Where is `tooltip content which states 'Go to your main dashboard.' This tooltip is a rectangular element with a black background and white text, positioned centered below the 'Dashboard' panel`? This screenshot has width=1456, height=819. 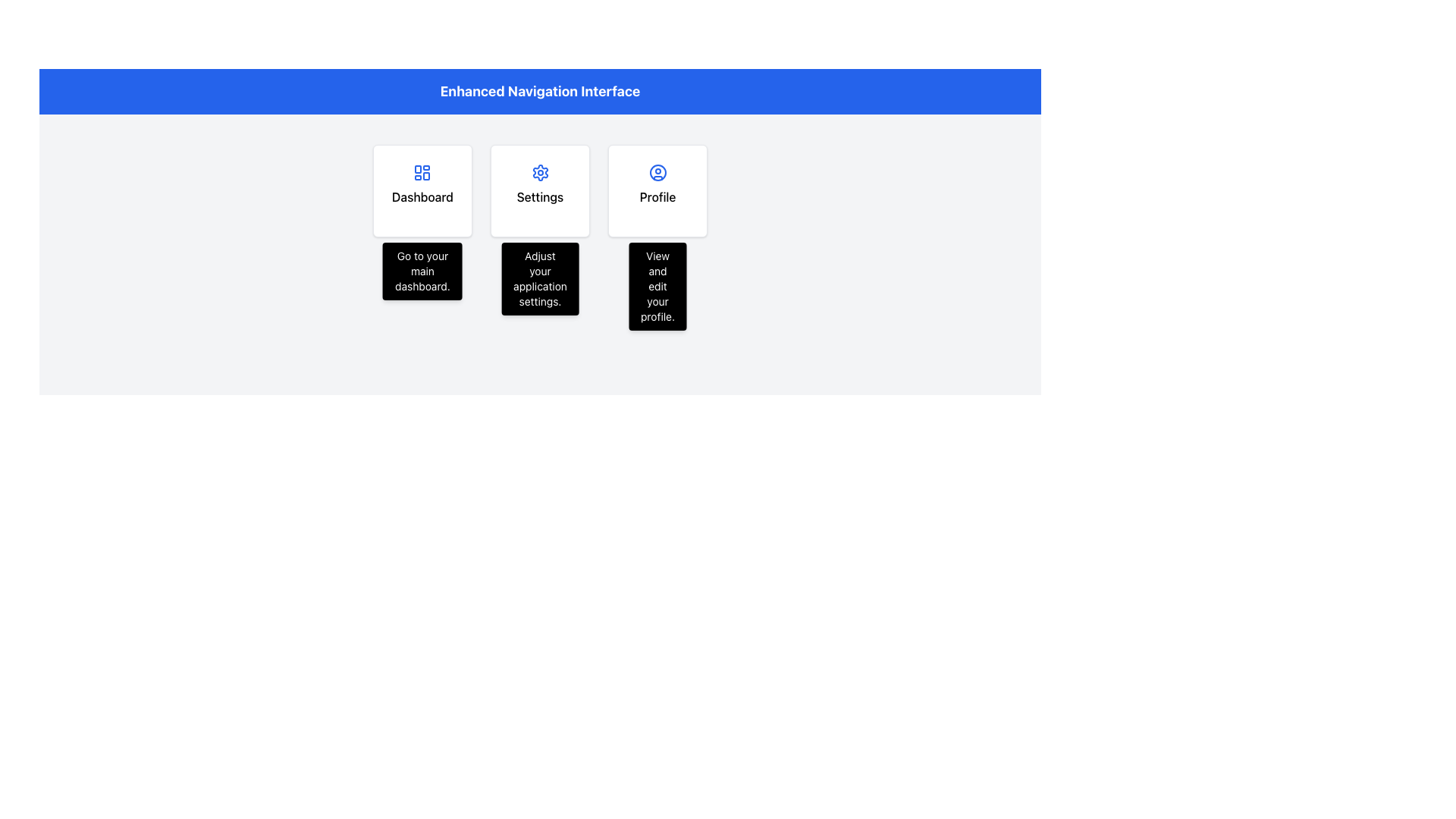
tooltip content which states 'Go to your main dashboard.' This tooltip is a rectangular element with a black background and white text, positioned centered below the 'Dashboard' panel is located at coordinates (422, 271).